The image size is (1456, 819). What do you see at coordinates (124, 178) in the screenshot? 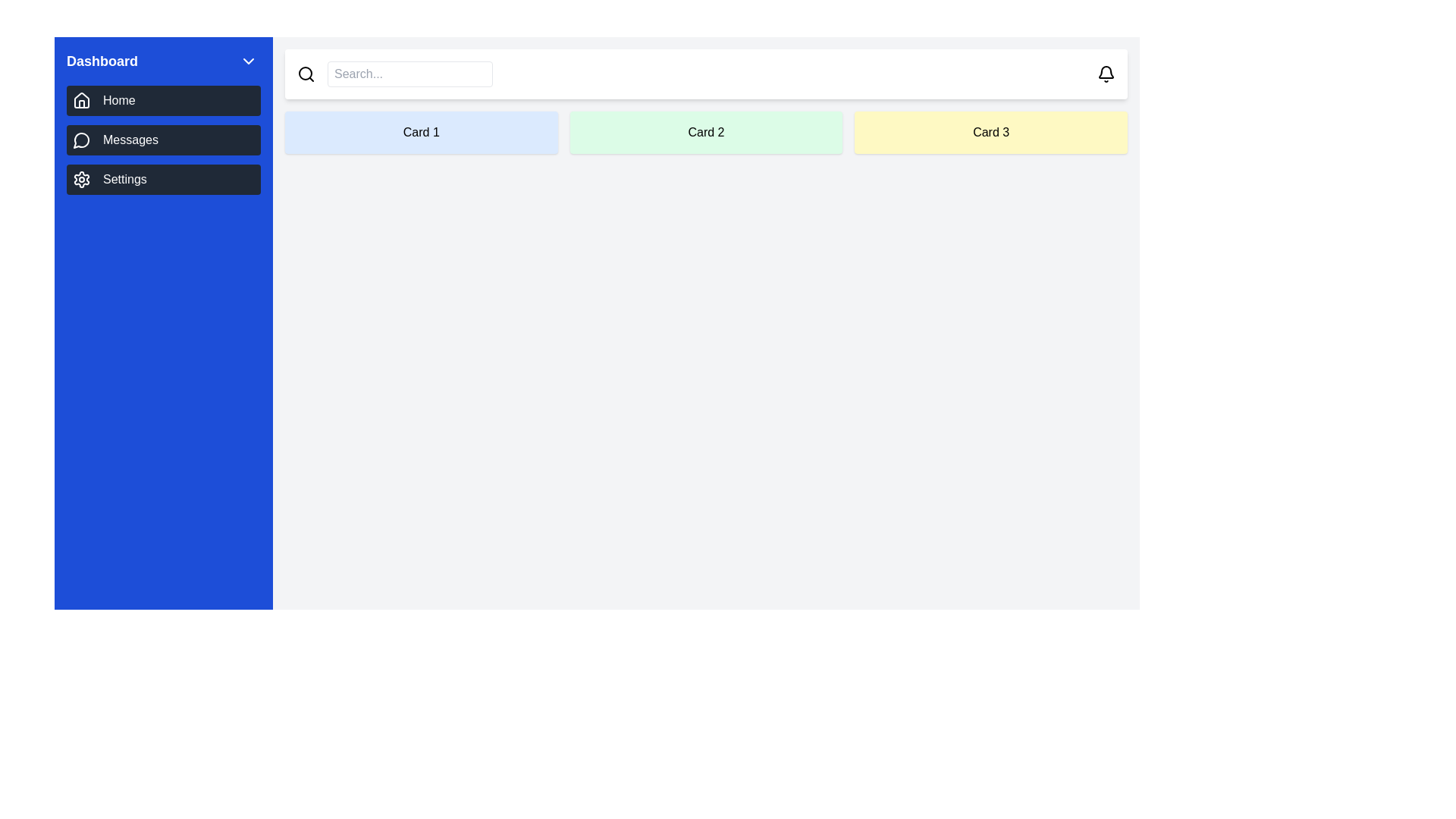
I see `the 'Settings' text label in the sidebar menu` at bounding box center [124, 178].